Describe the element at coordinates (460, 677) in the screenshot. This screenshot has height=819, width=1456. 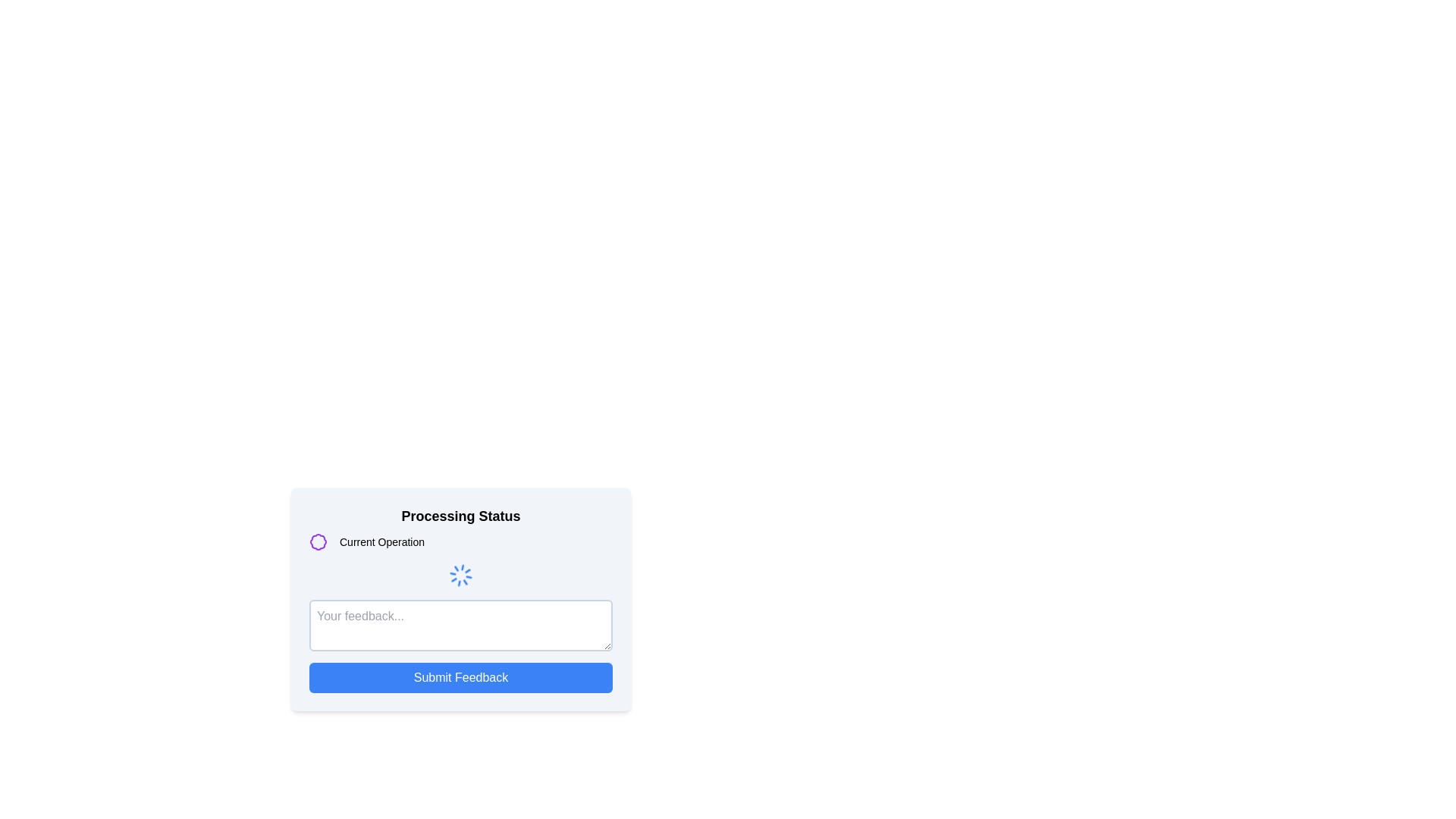
I see `the submission button located at the bottom of the card interface, centered horizontally beneath the 'Your feedback...' text input area` at that location.